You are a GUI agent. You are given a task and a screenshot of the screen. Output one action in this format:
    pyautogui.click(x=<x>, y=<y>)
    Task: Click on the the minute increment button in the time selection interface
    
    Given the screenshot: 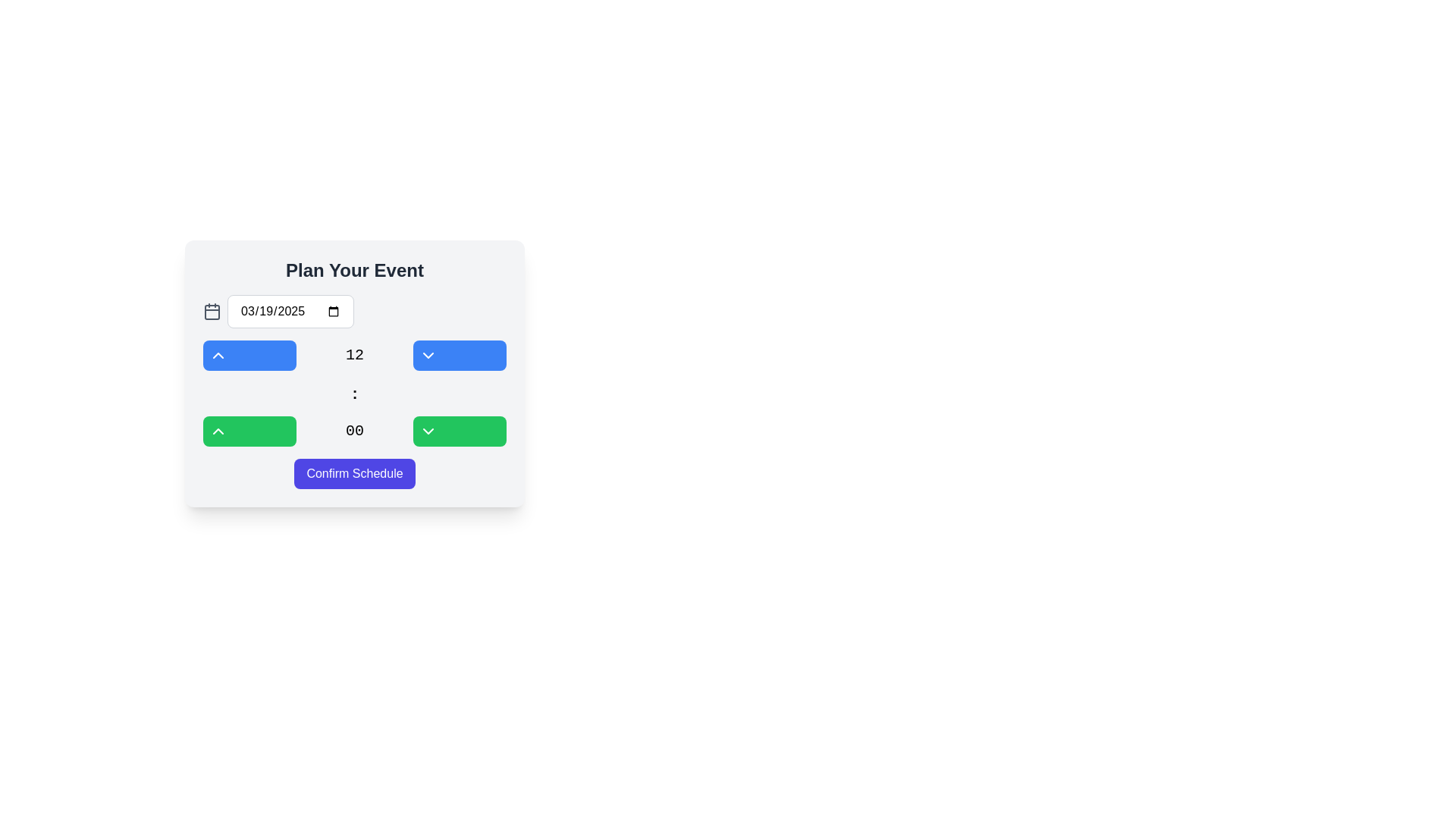 What is the action you would take?
    pyautogui.click(x=249, y=431)
    